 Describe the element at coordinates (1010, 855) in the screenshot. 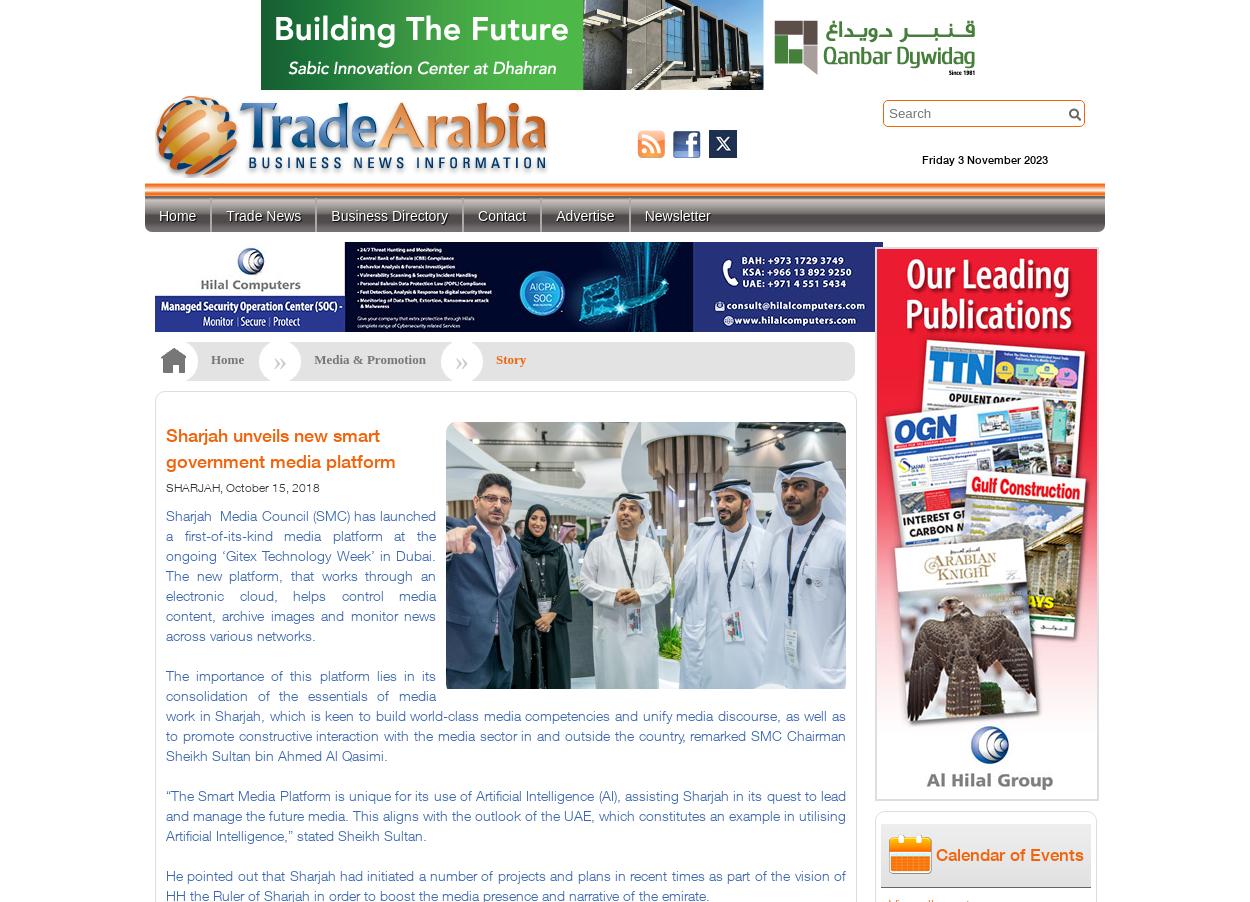

I see `'Calendar of Events'` at that location.